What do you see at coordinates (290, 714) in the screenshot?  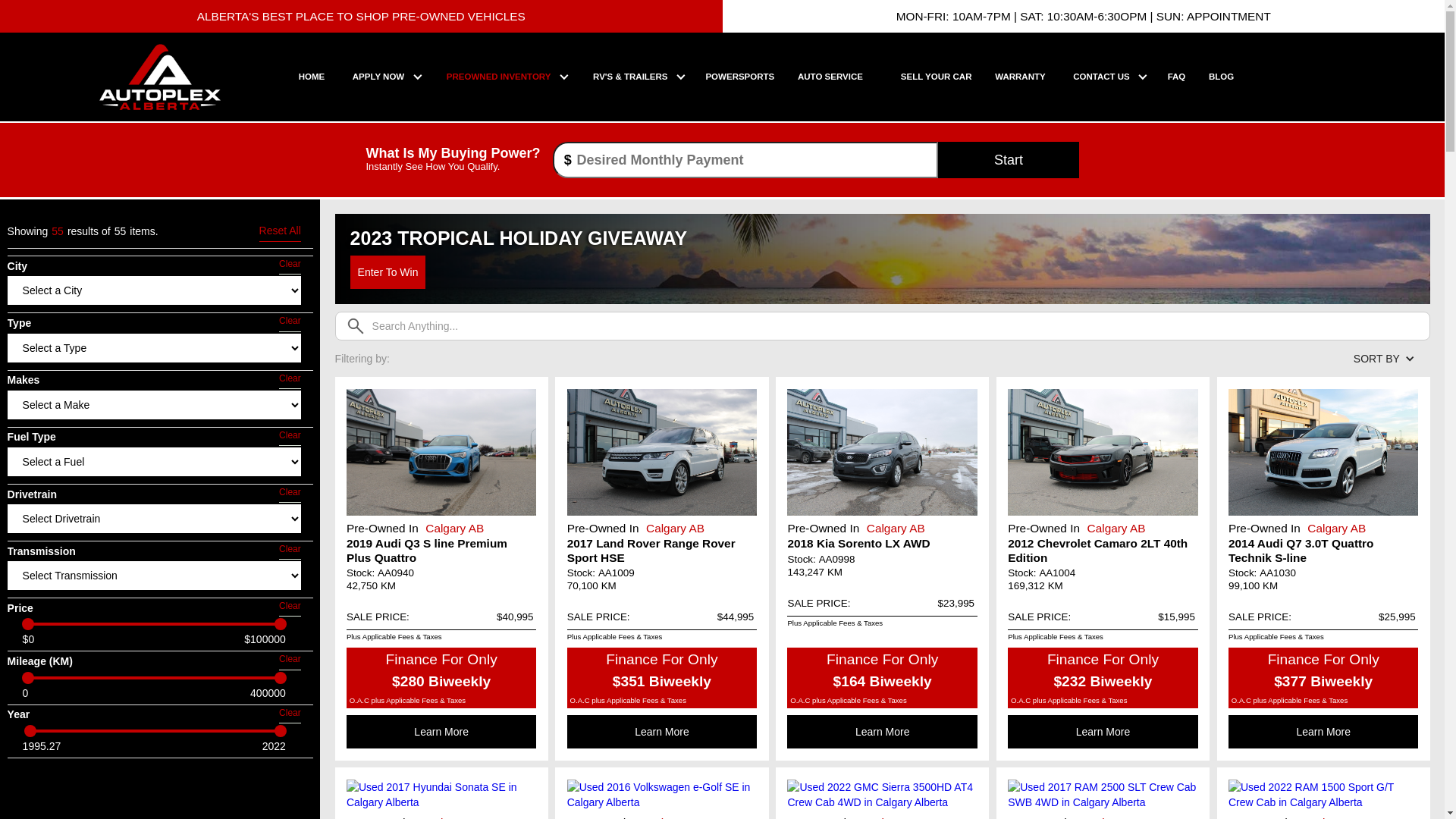 I see `'Clear'` at bounding box center [290, 714].